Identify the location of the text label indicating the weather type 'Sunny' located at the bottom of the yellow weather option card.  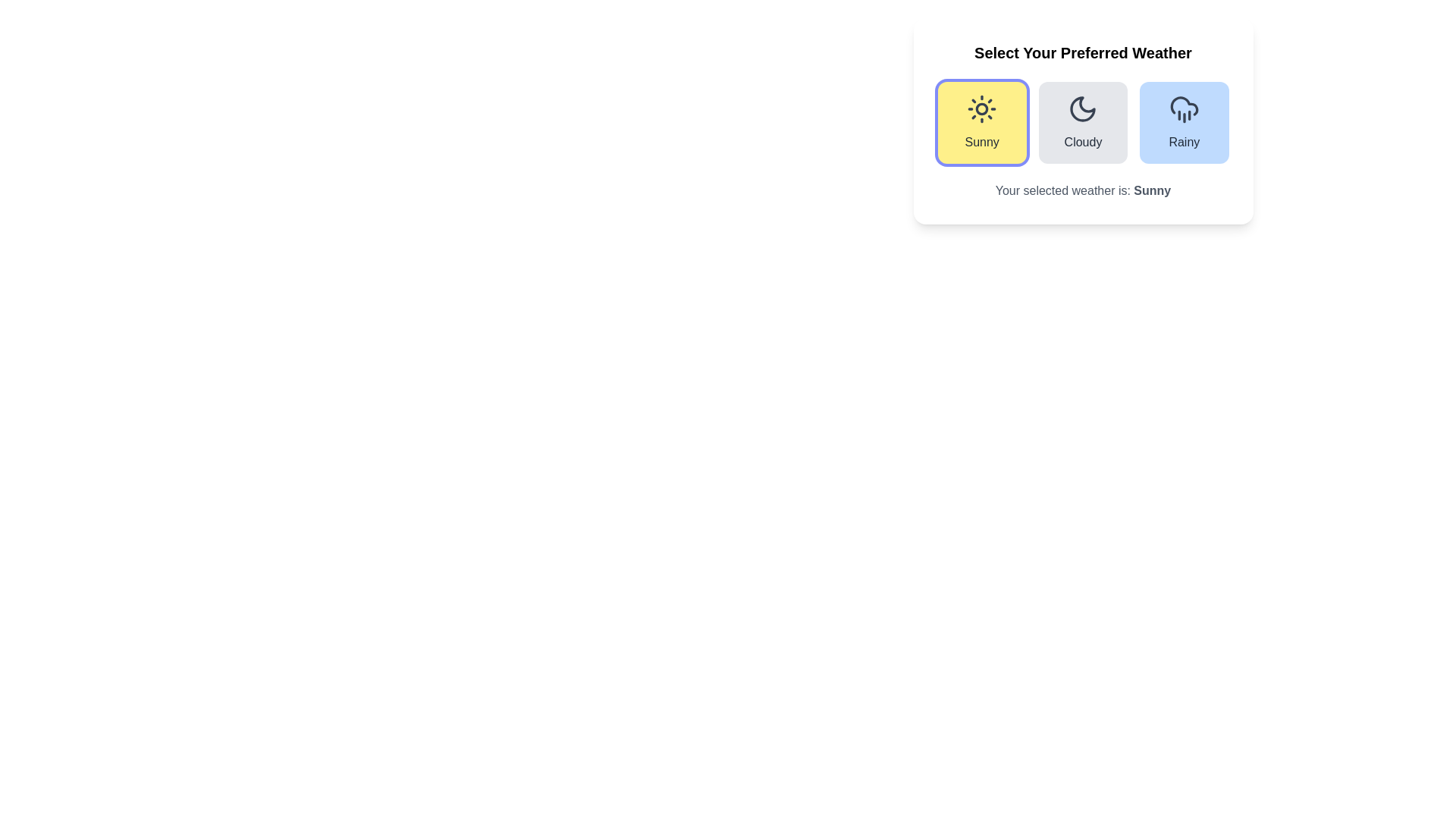
(982, 143).